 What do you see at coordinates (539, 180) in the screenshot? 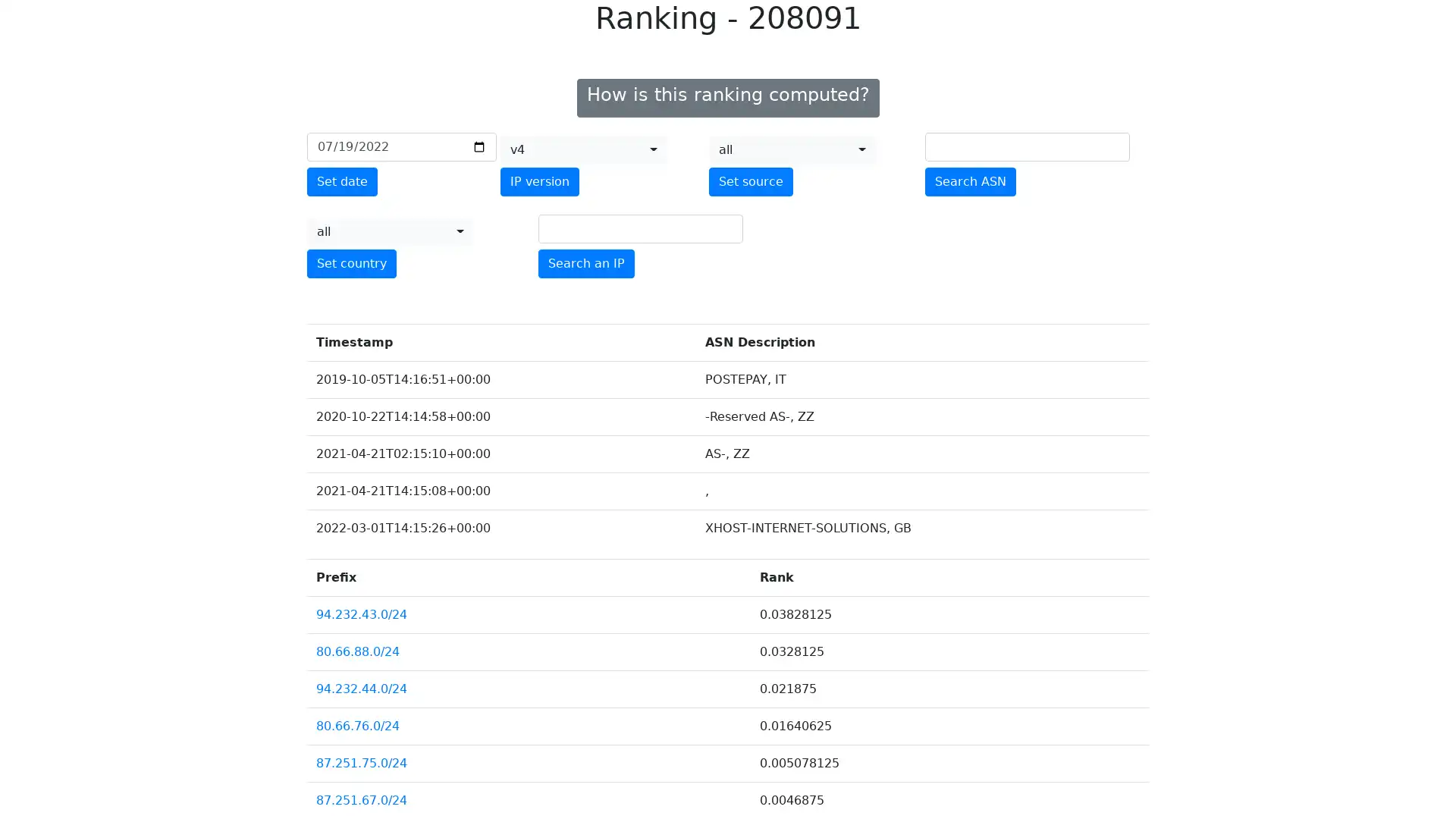
I see `IP version` at bounding box center [539, 180].